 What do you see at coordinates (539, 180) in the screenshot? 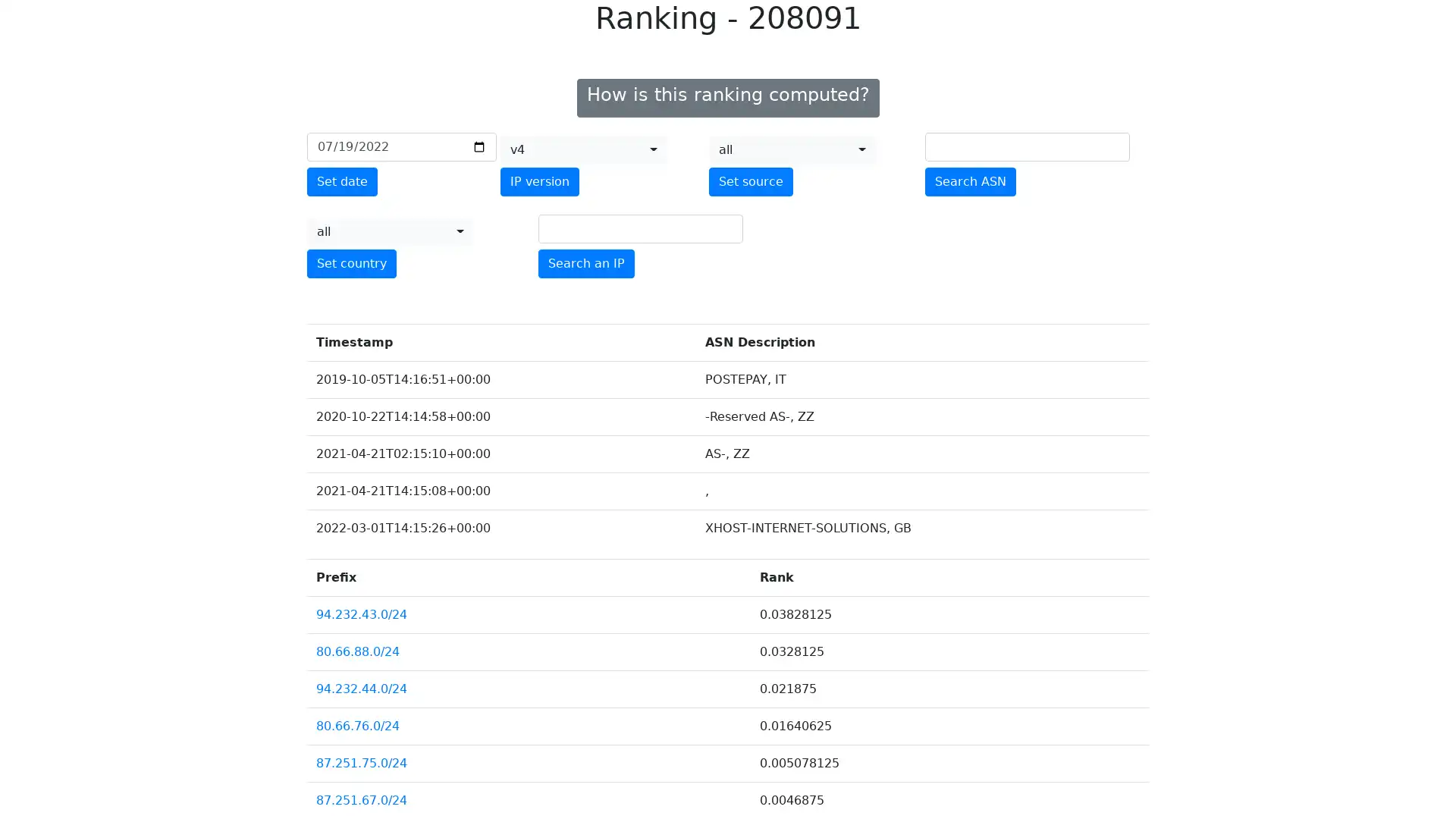
I see `IP version` at bounding box center [539, 180].